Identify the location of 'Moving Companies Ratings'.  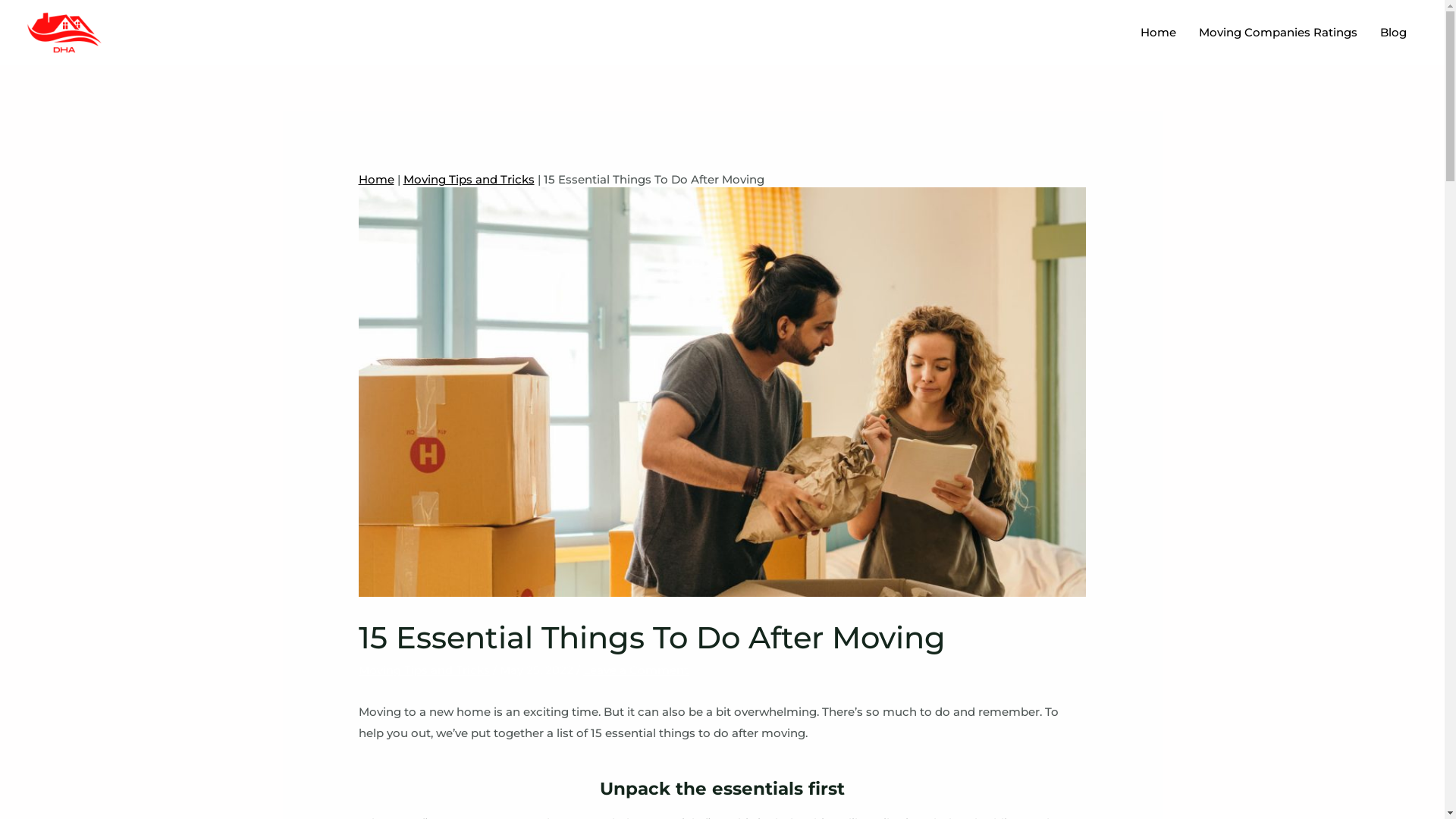
(1277, 32).